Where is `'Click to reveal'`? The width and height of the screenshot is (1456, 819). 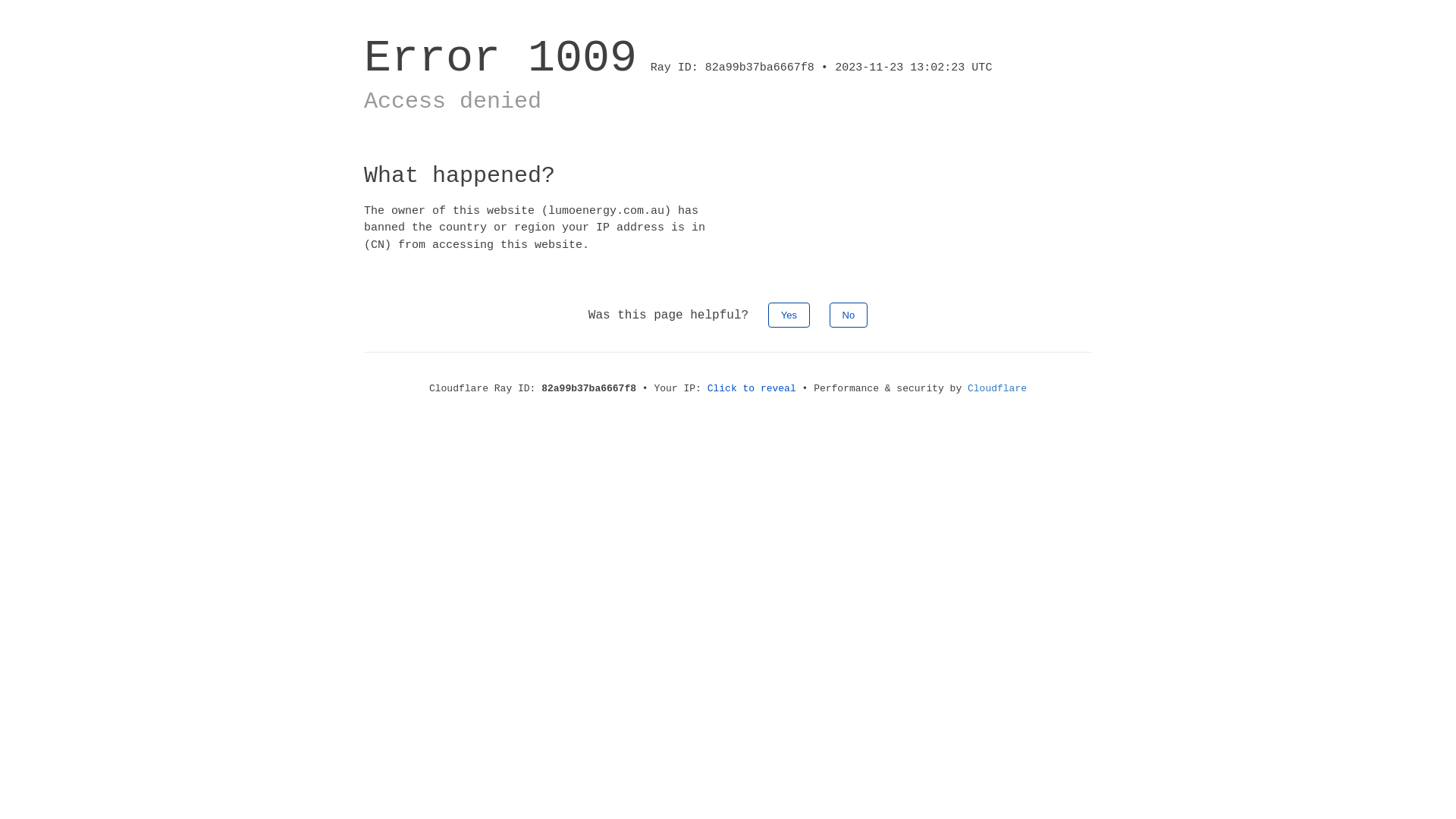 'Click to reveal' is located at coordinates (752, 388).